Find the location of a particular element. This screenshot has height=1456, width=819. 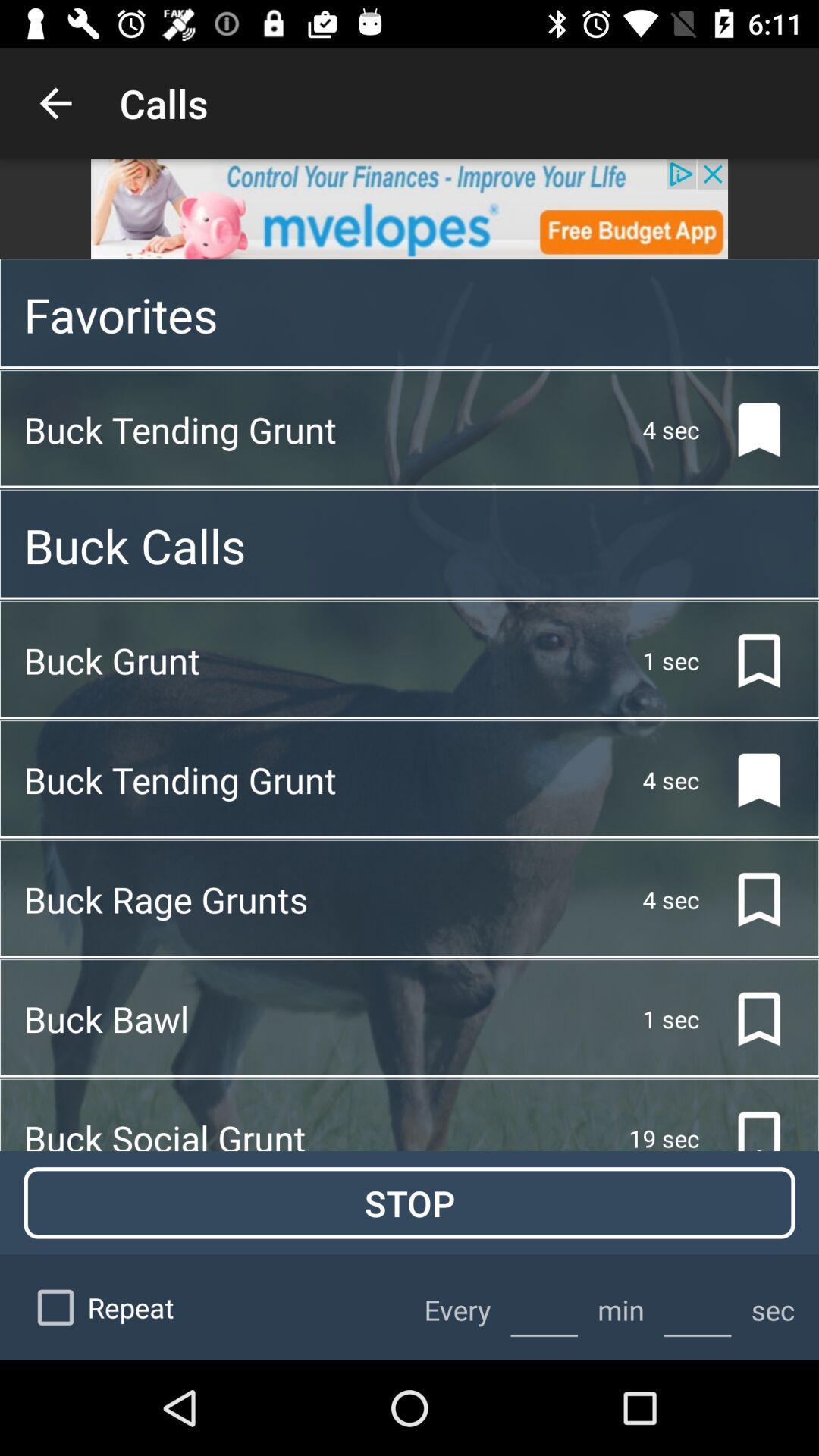

the bookmark icon is located at coordinates (746, 780).